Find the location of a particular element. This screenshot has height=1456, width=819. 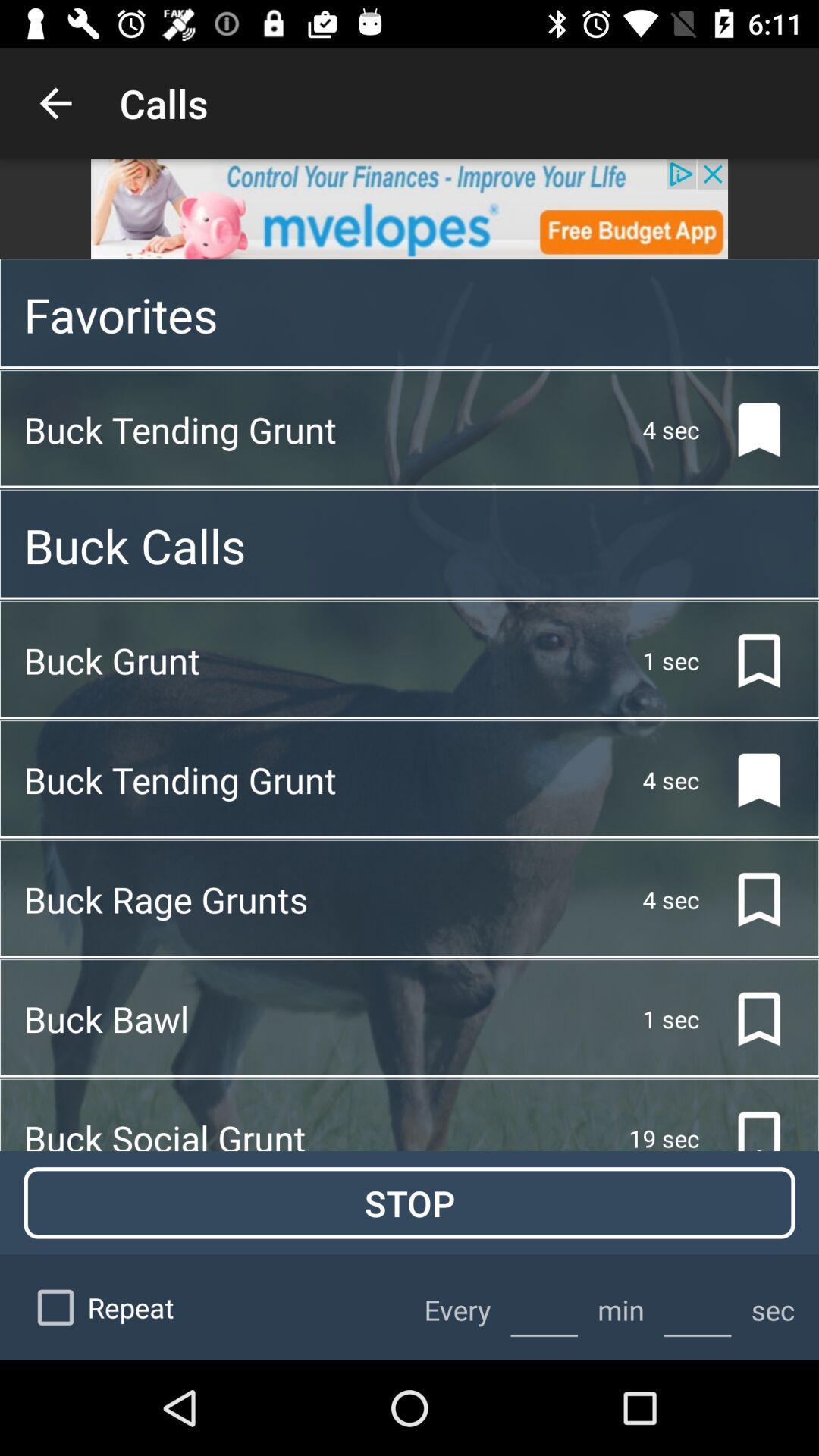

the bookmark icon is located at coordinates (746, 780).